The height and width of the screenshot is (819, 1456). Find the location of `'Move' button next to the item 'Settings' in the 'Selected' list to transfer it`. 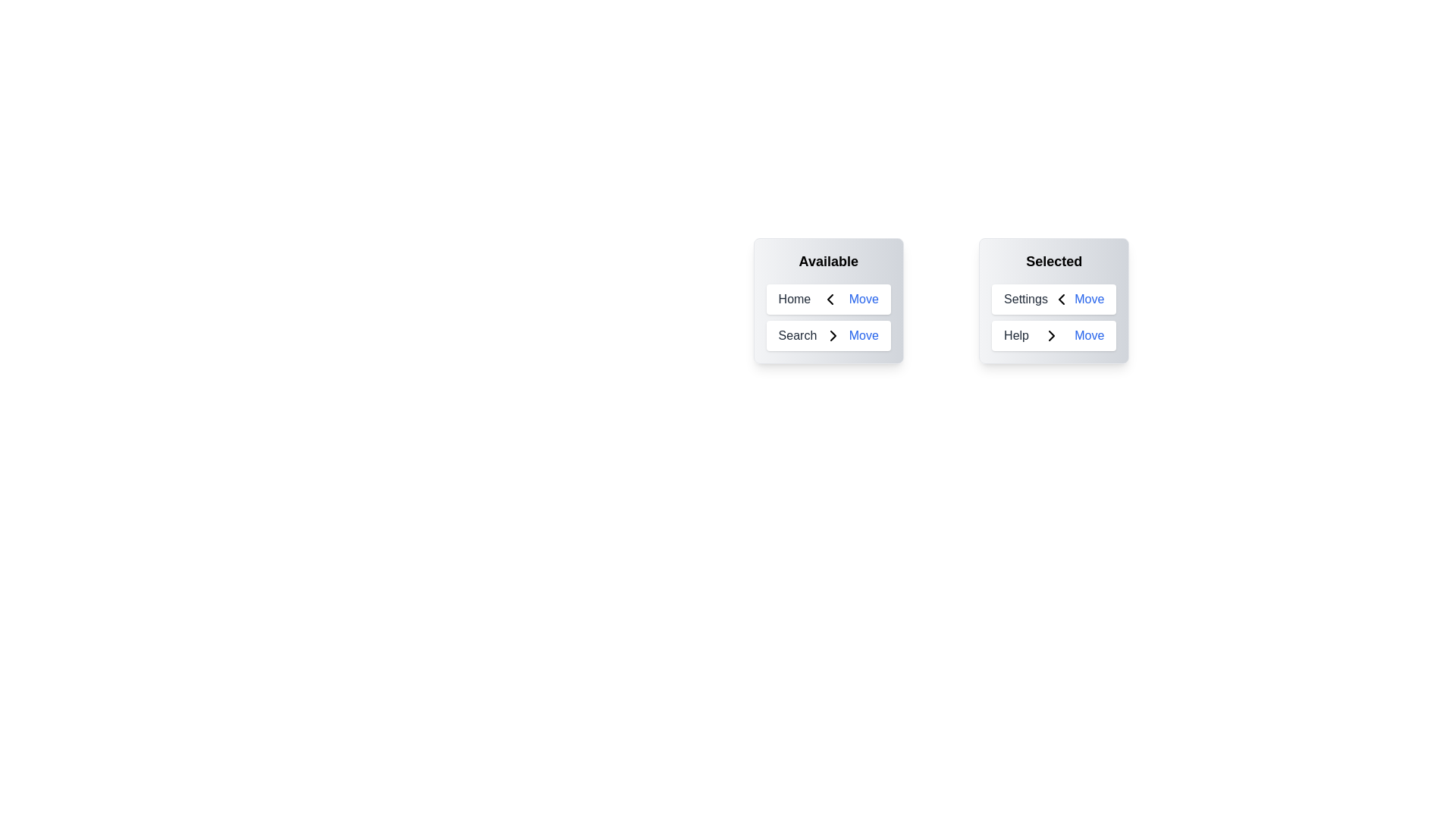

'Move' button next to the item 'Settings' in the 'Selected' list to transfer it is located at coordinates (1088, 299).